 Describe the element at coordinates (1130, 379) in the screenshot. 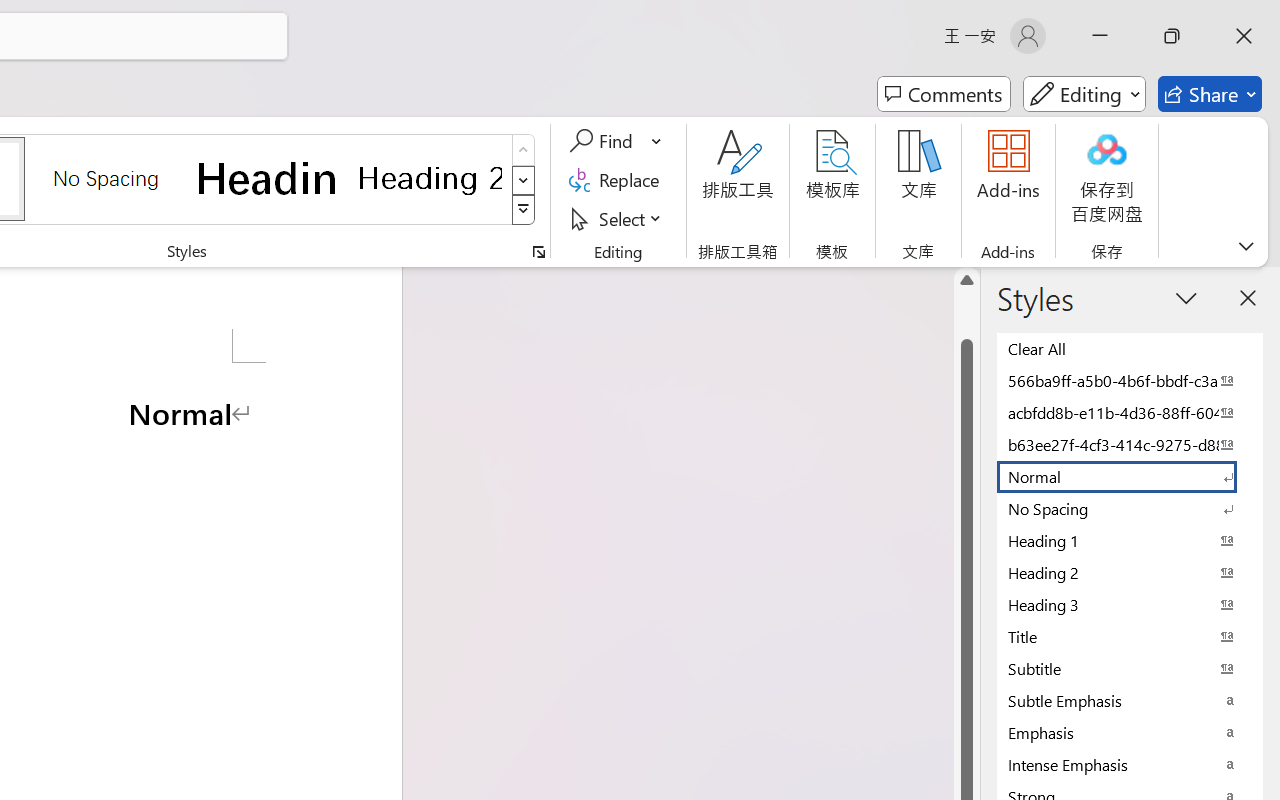

I see `'566ba9ff-a5b0-4b6f-bbdf-c3ab41993fc2'` at that location.